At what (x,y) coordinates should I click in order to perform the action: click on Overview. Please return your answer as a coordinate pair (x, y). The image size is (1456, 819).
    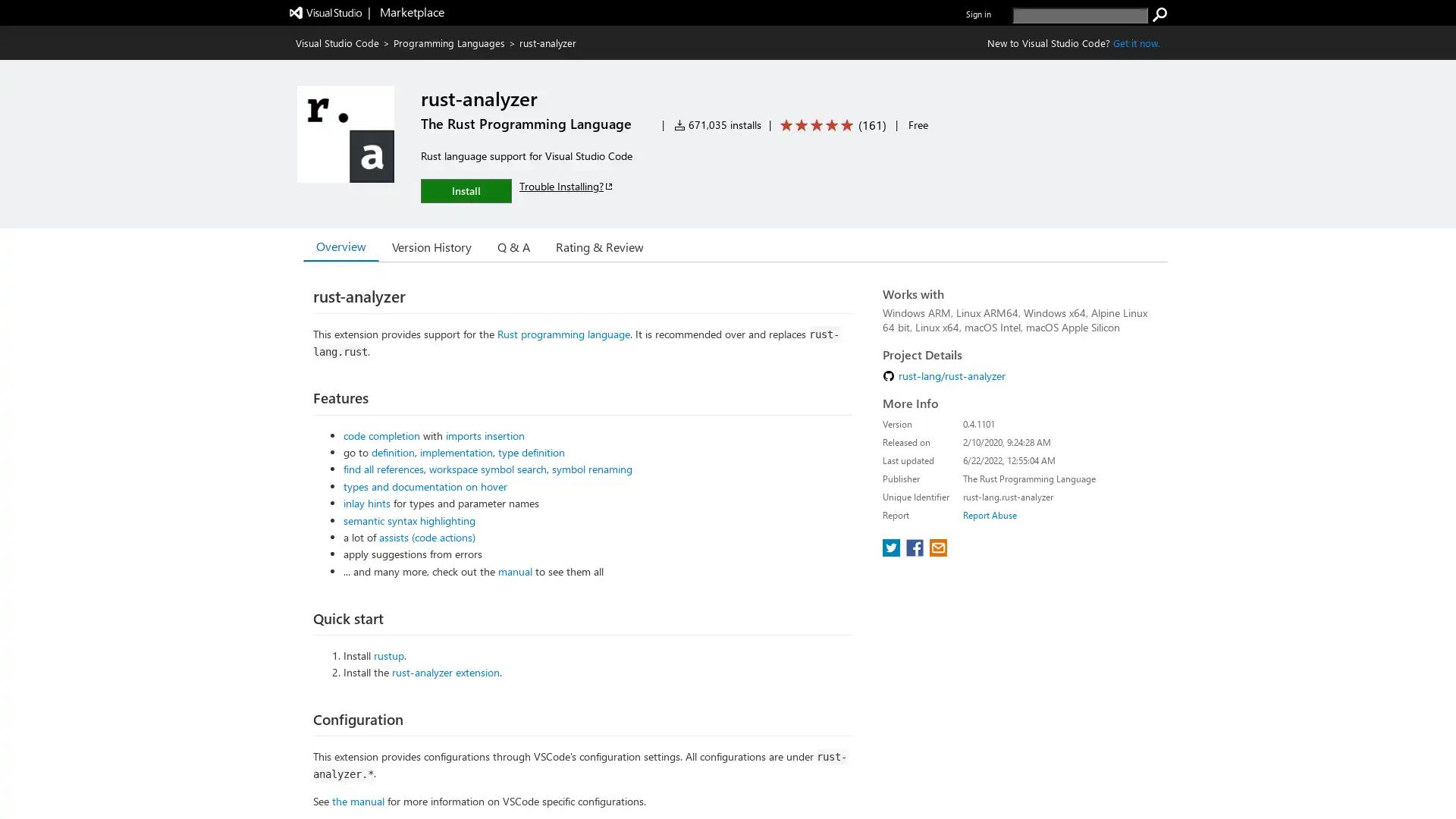
    Looking at the image, I should click on (340, 245).